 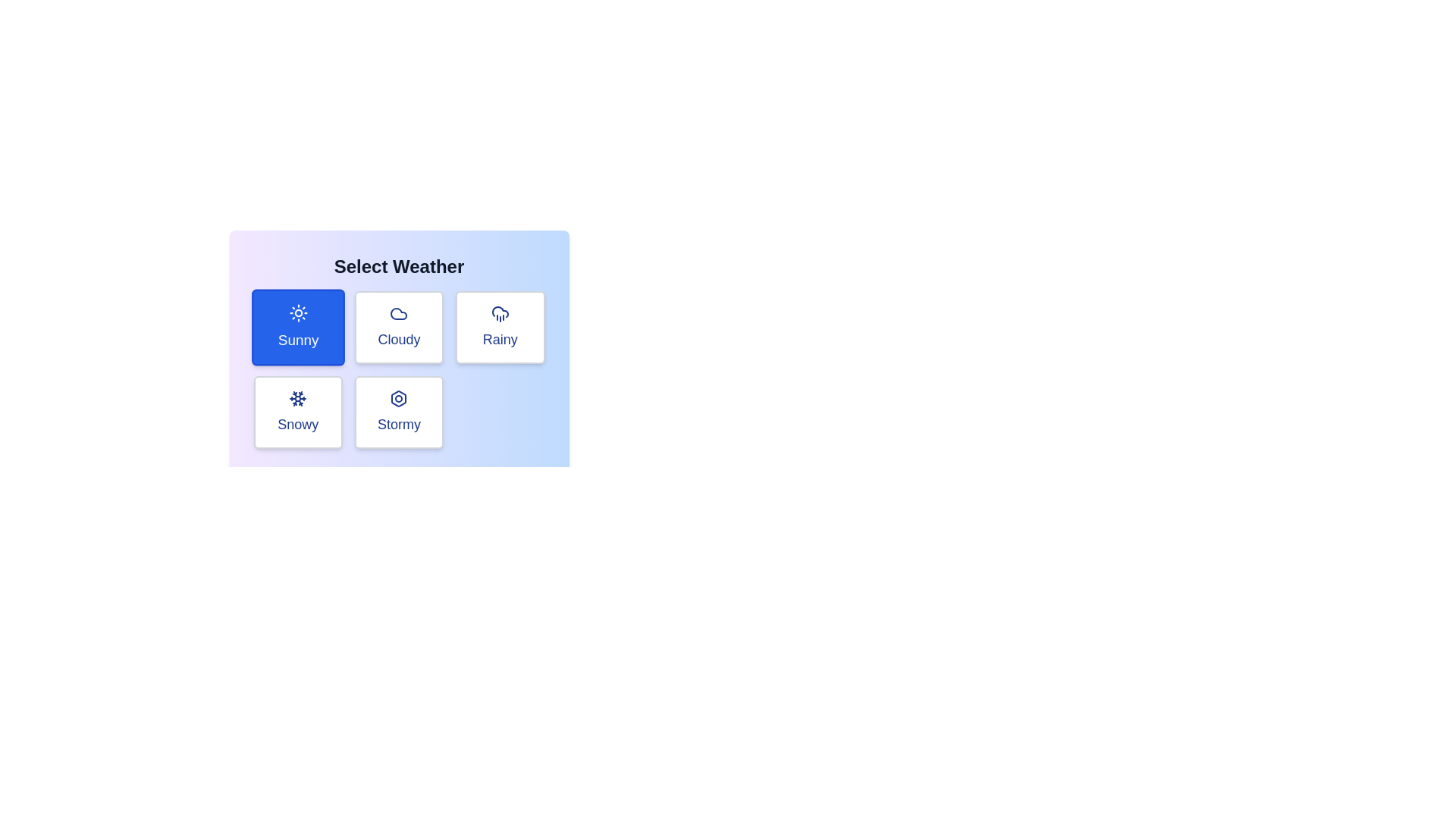 What do you see at coordinates (399, 412) in the screenshot?
I see `the fifth button in the weather options grid` at bounding box center [399, 412].